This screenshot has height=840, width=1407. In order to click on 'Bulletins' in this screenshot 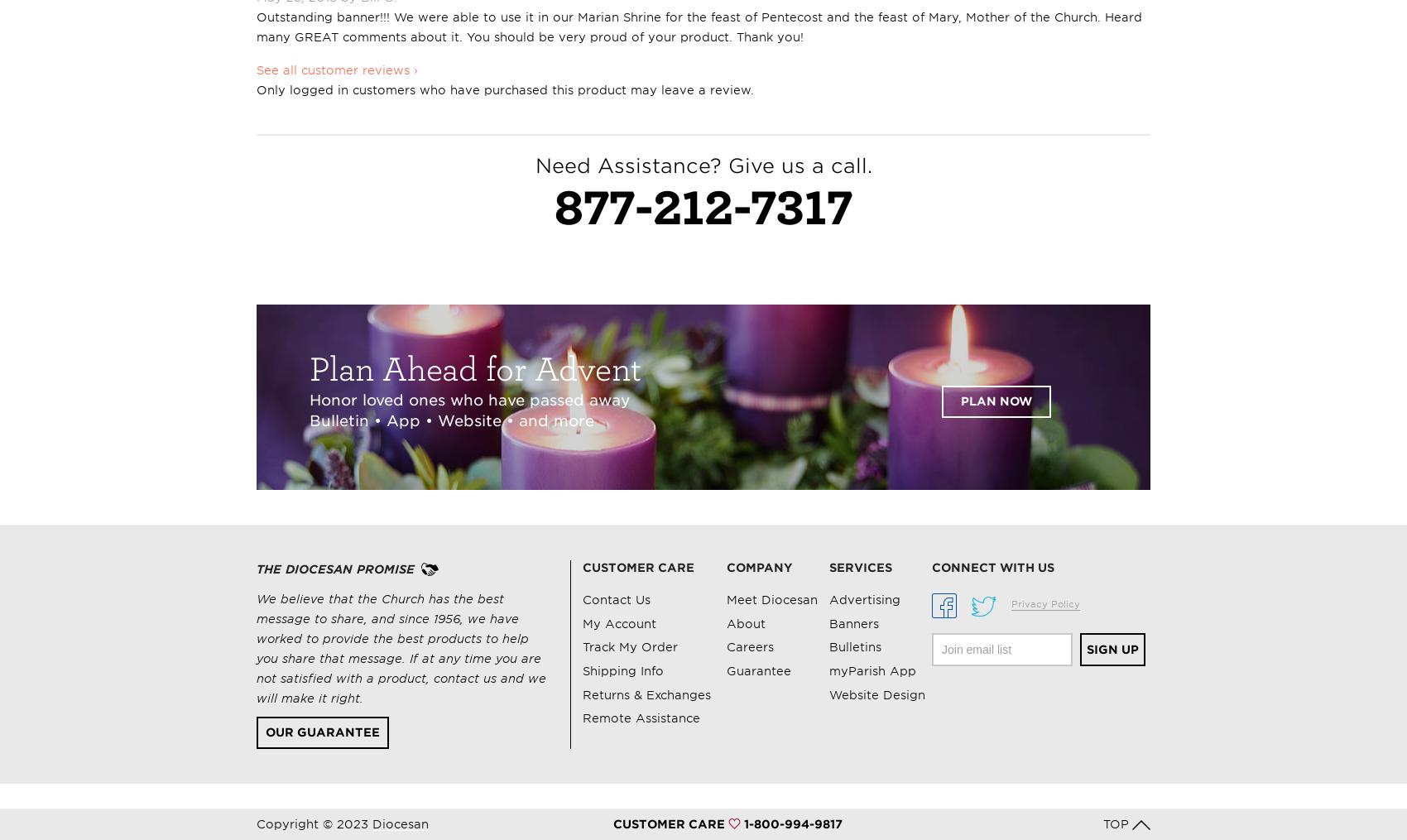, I will do `click(854, 646)`.